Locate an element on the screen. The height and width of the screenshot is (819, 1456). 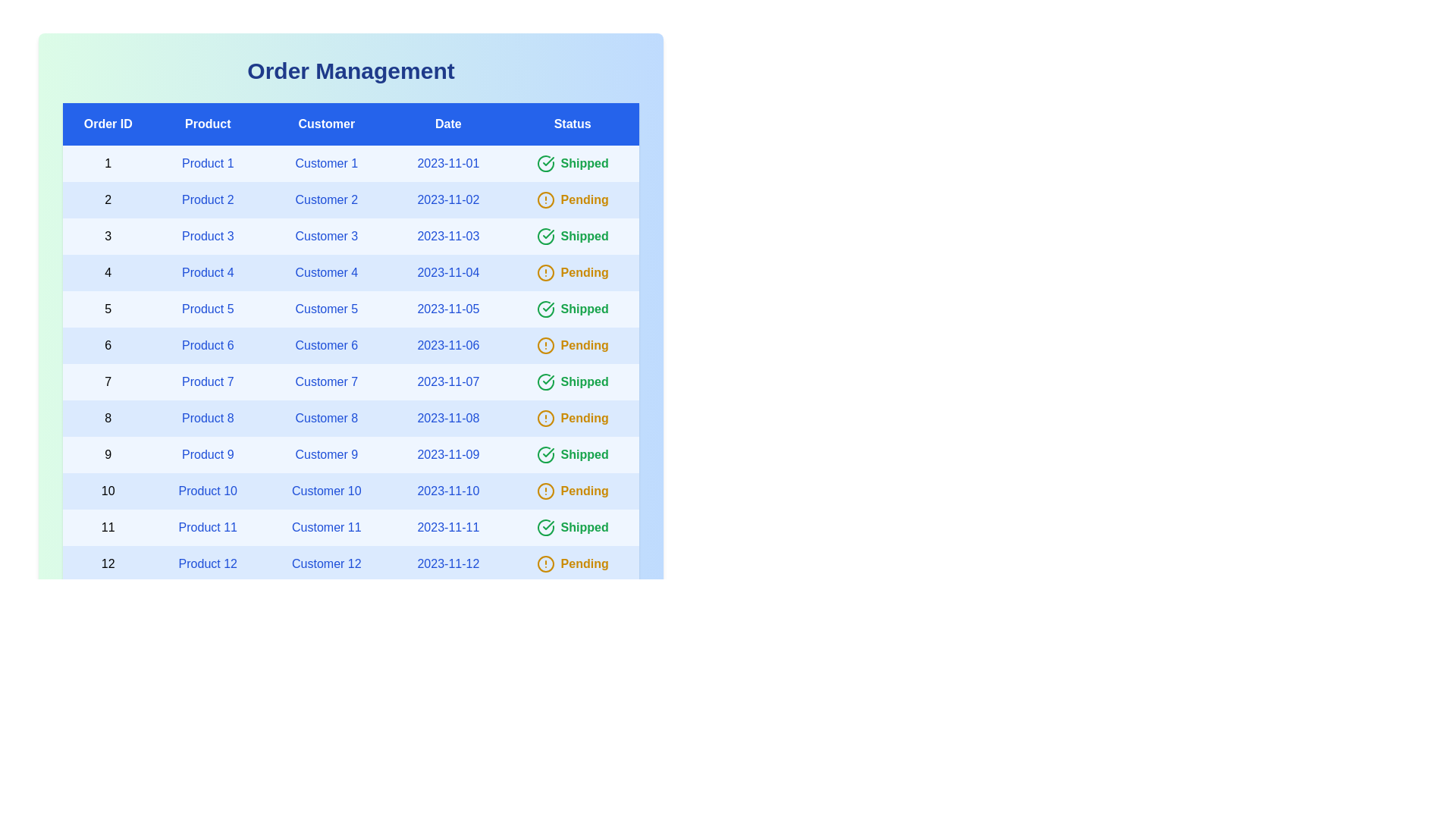
the column header to sort the table by Product is located at coordinates (206, 124).